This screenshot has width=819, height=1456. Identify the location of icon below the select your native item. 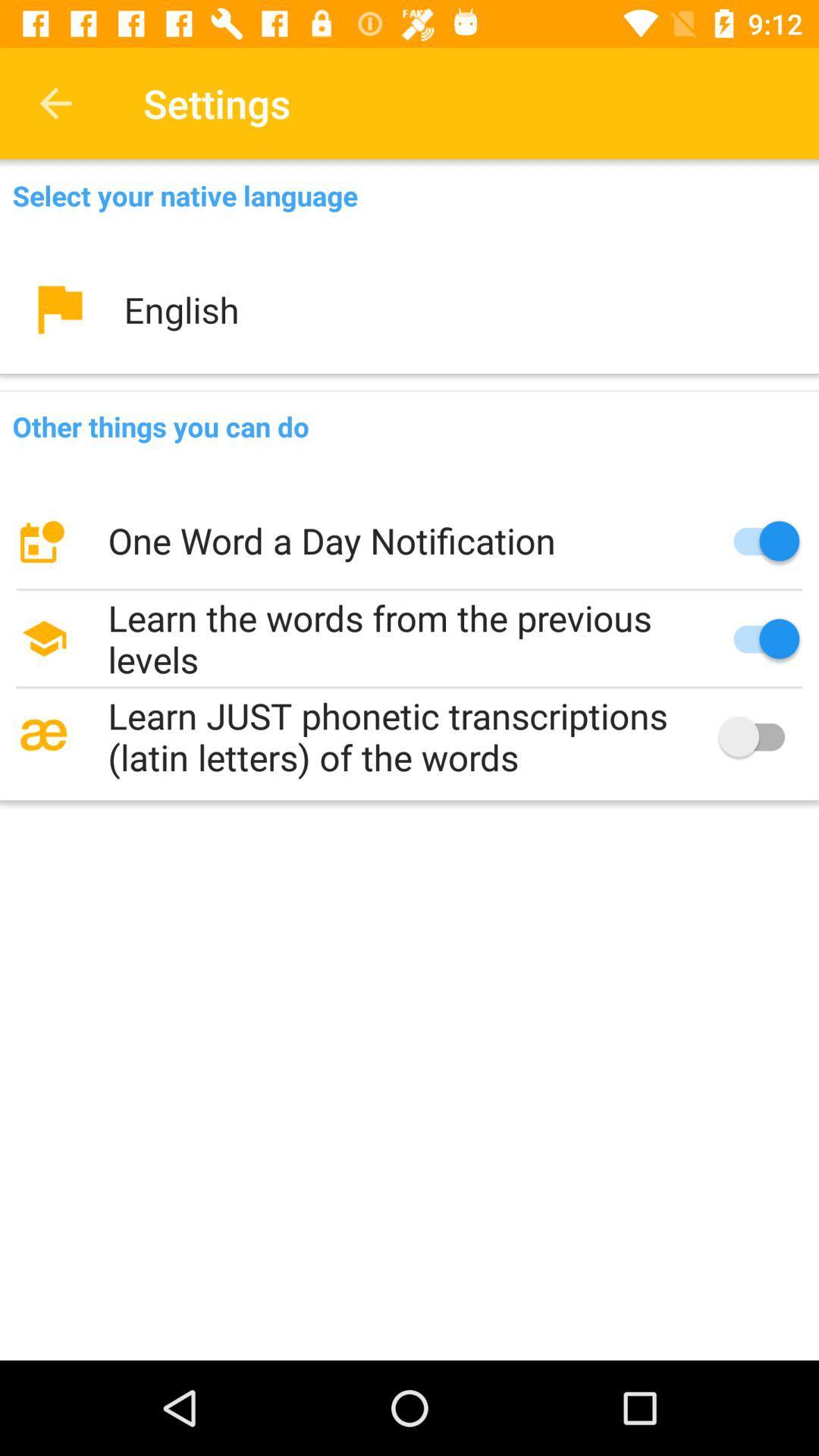
(409, 309).